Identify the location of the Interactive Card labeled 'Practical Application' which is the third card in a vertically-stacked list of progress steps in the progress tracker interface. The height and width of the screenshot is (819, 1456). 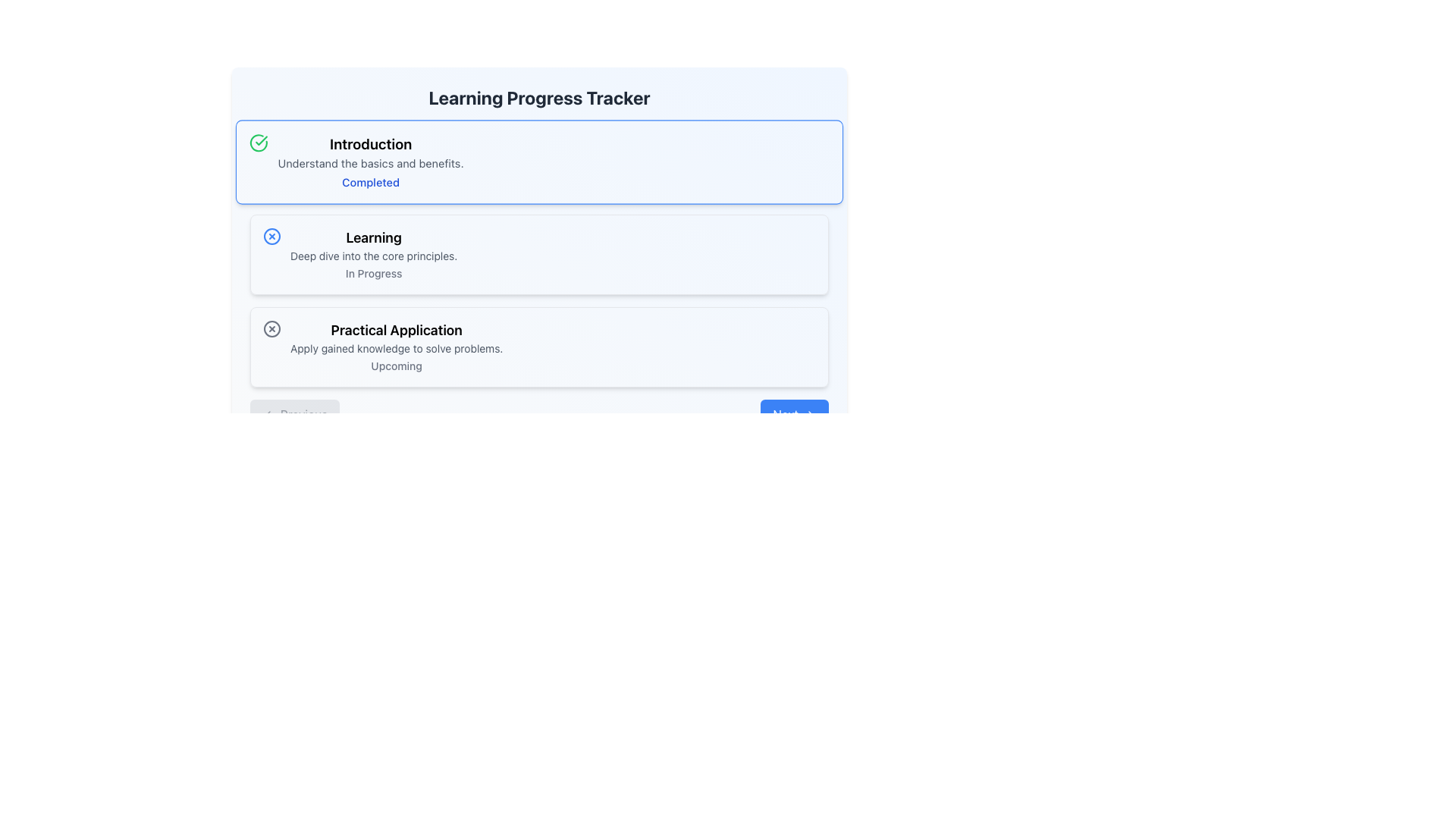
(539, 347).